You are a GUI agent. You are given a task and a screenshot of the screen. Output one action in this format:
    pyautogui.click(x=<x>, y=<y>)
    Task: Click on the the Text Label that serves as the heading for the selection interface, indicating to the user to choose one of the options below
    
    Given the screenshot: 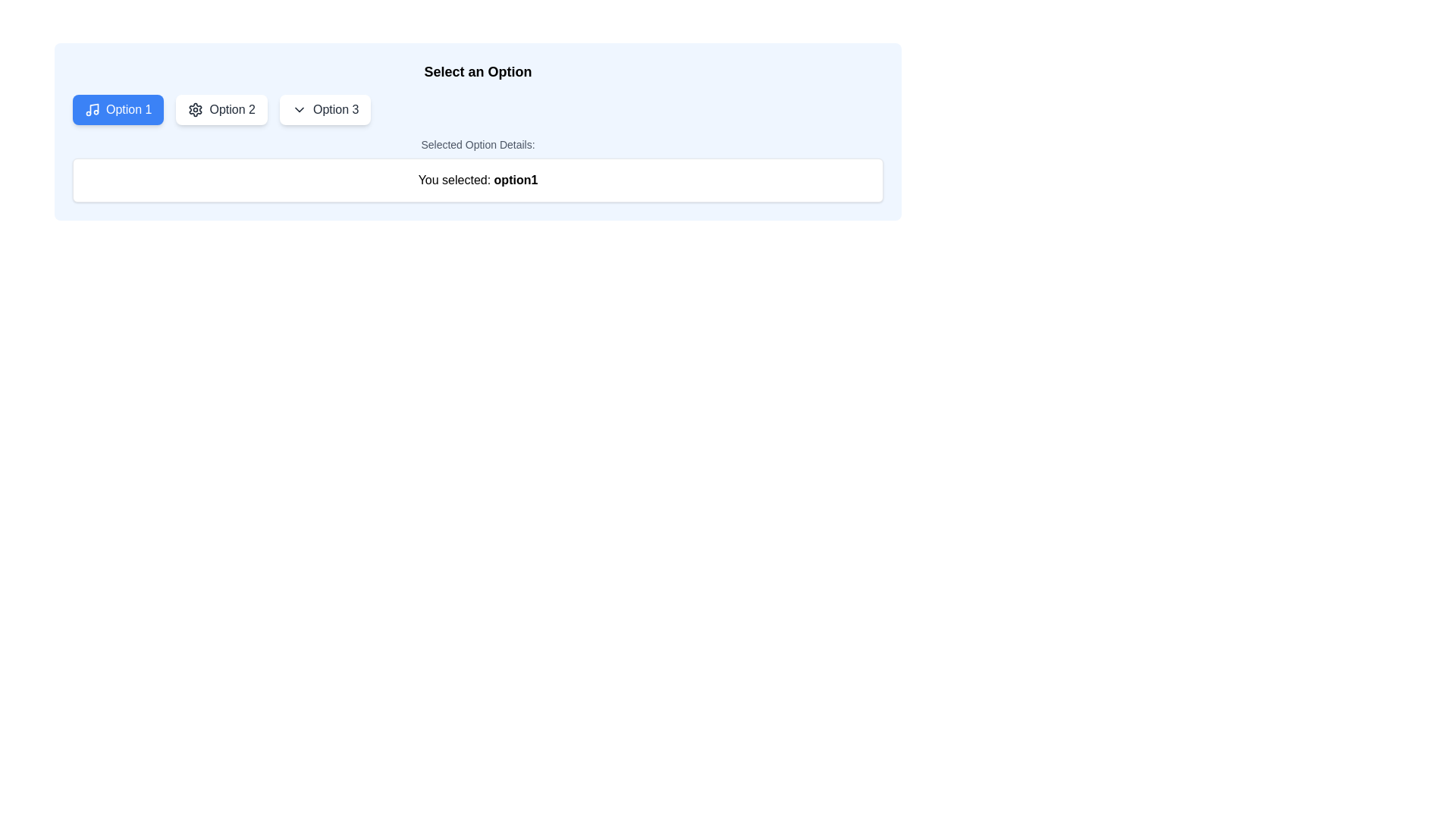 What is the action you would take?
    pyautogui.click(x=477, y=72)
    